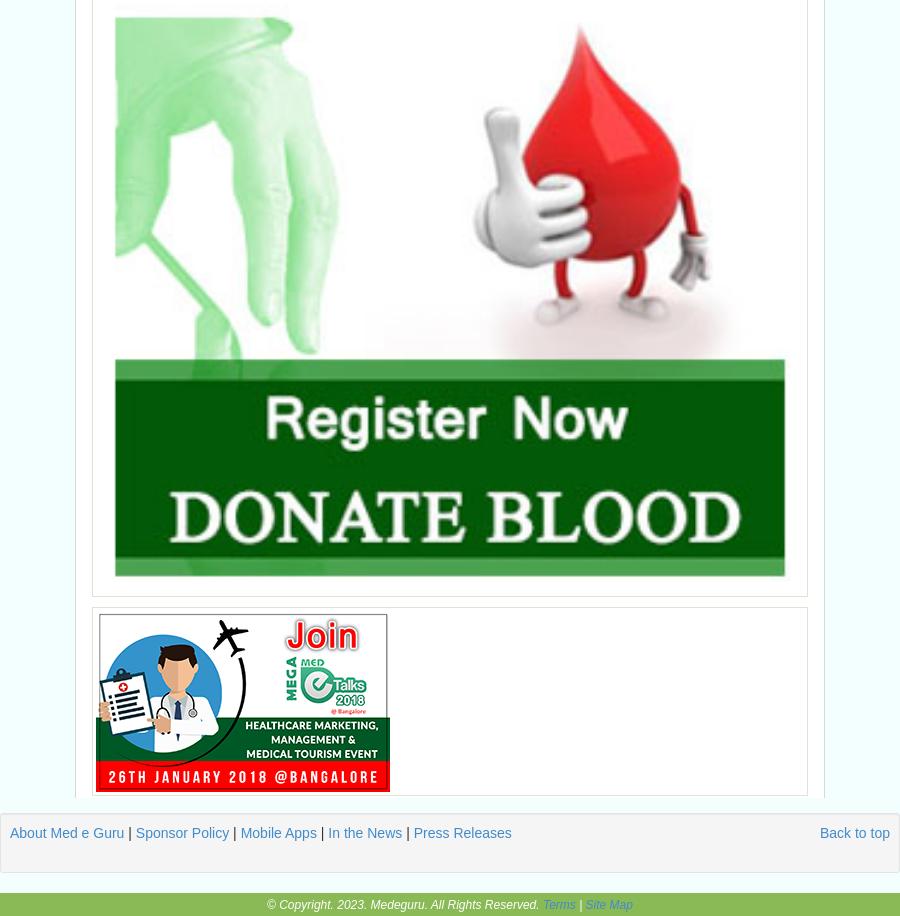 This screenshot has width=900, height=916. Describe the element at coordinates (65, 832) in the screenshot. I see `'About Med e Guru'` at that location.